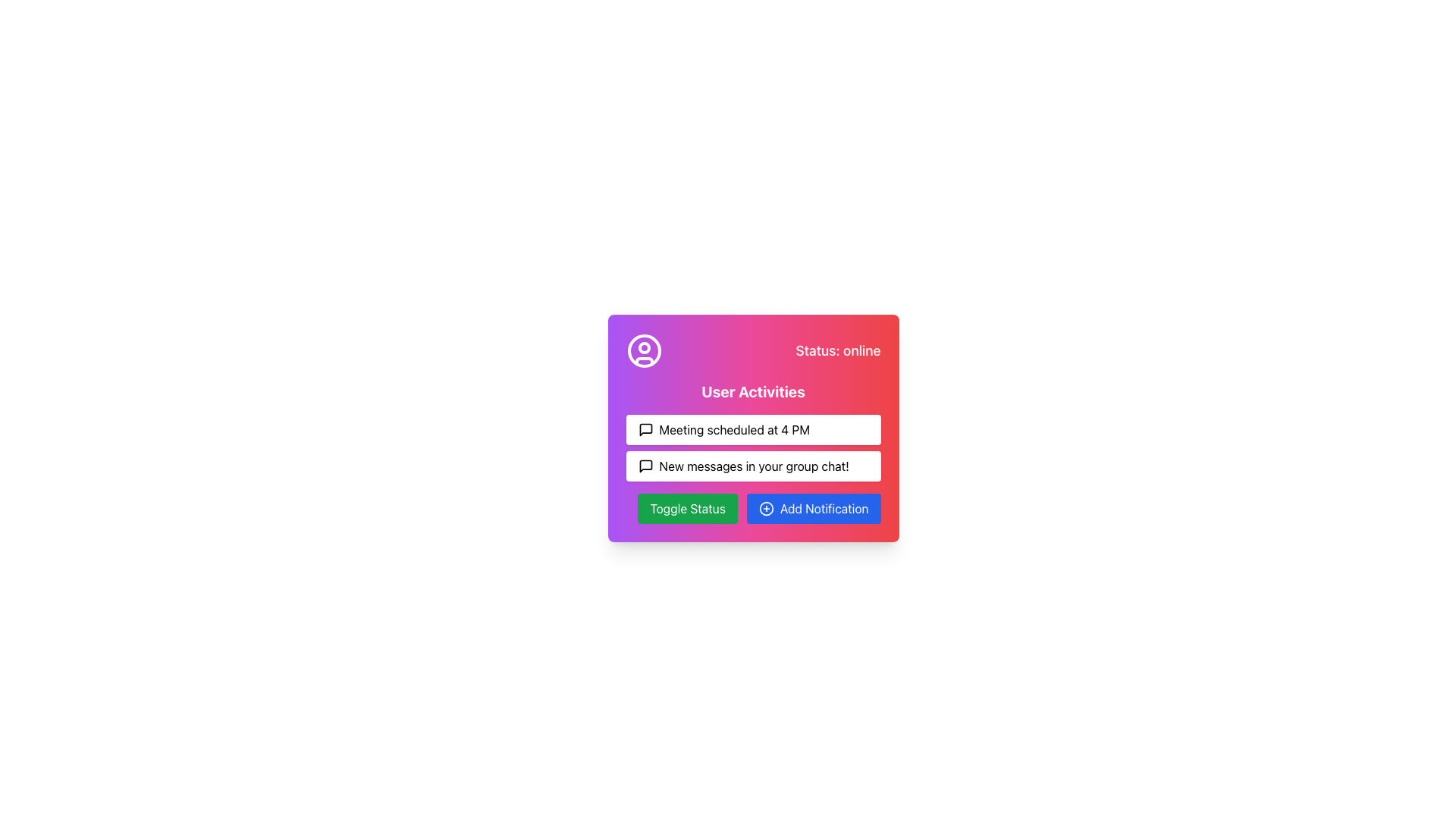  I want to click on the circular decorative element located at the center of the avatar icon on the 'User Activities' card, so click(644, 348).